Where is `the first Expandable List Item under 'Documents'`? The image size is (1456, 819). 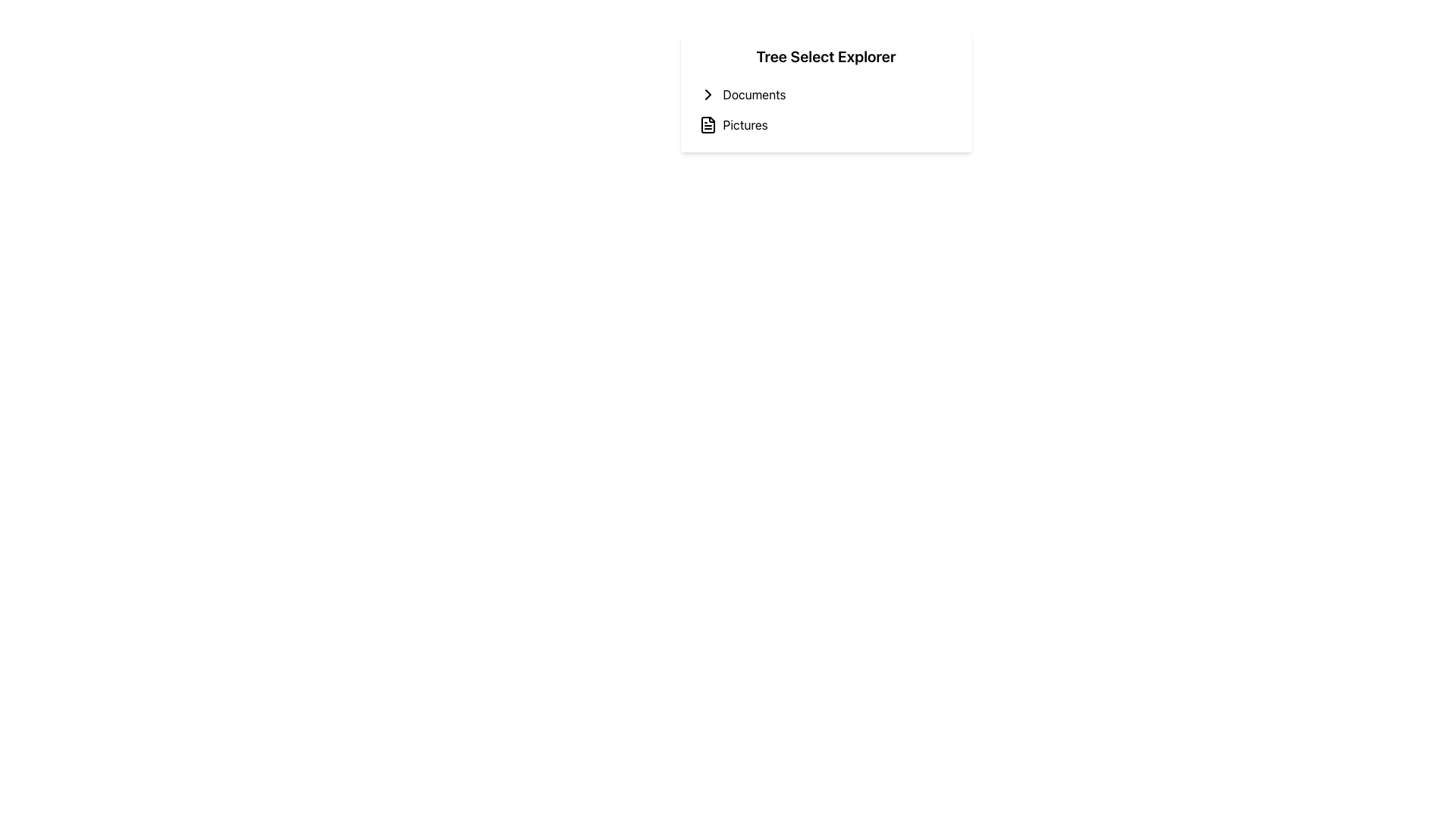
the first Expandable List Item under 'Documents' is located at coordinates (825, 94).